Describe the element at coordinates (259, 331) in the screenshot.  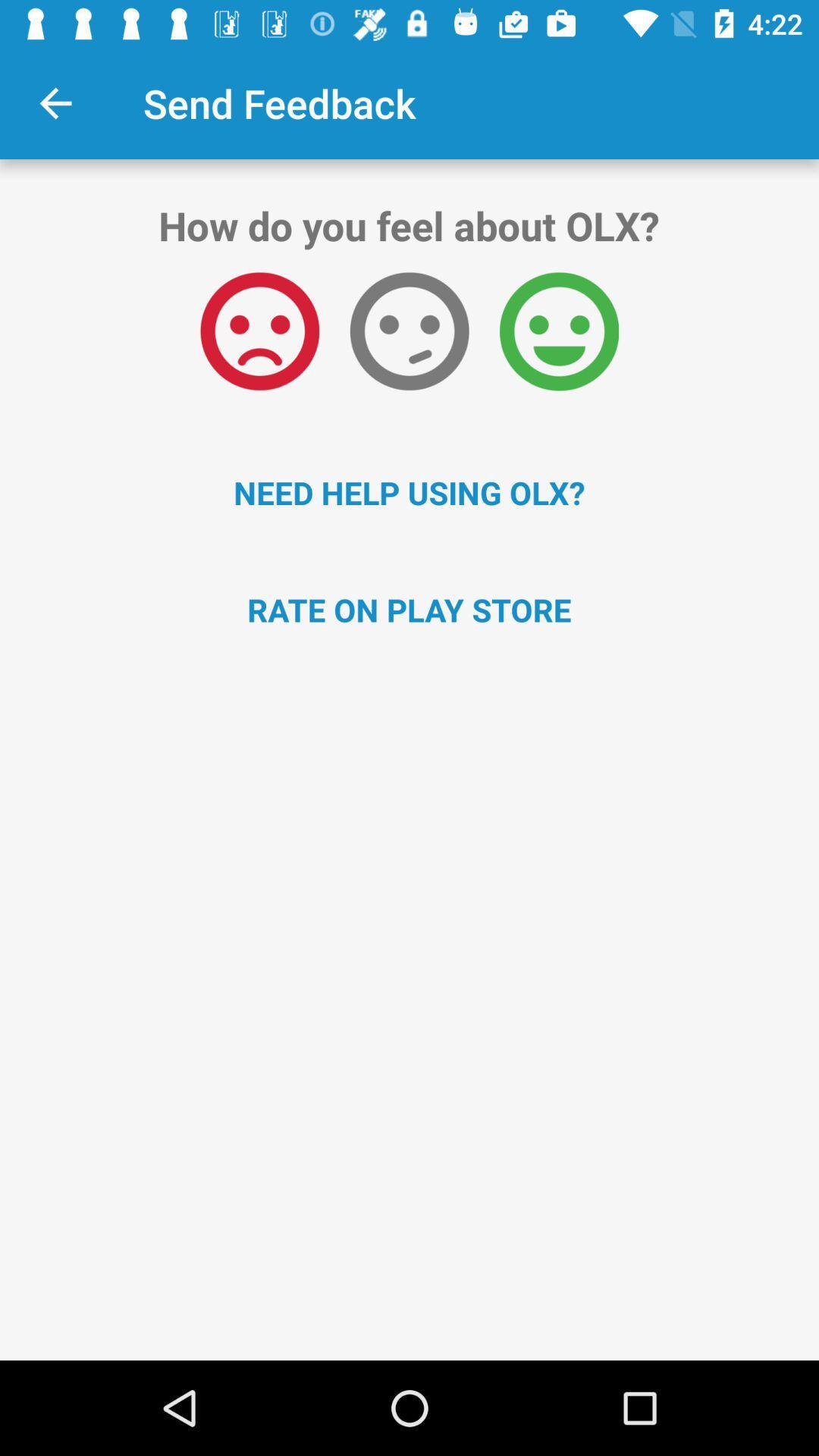
I see `the emoji icon` at that location.